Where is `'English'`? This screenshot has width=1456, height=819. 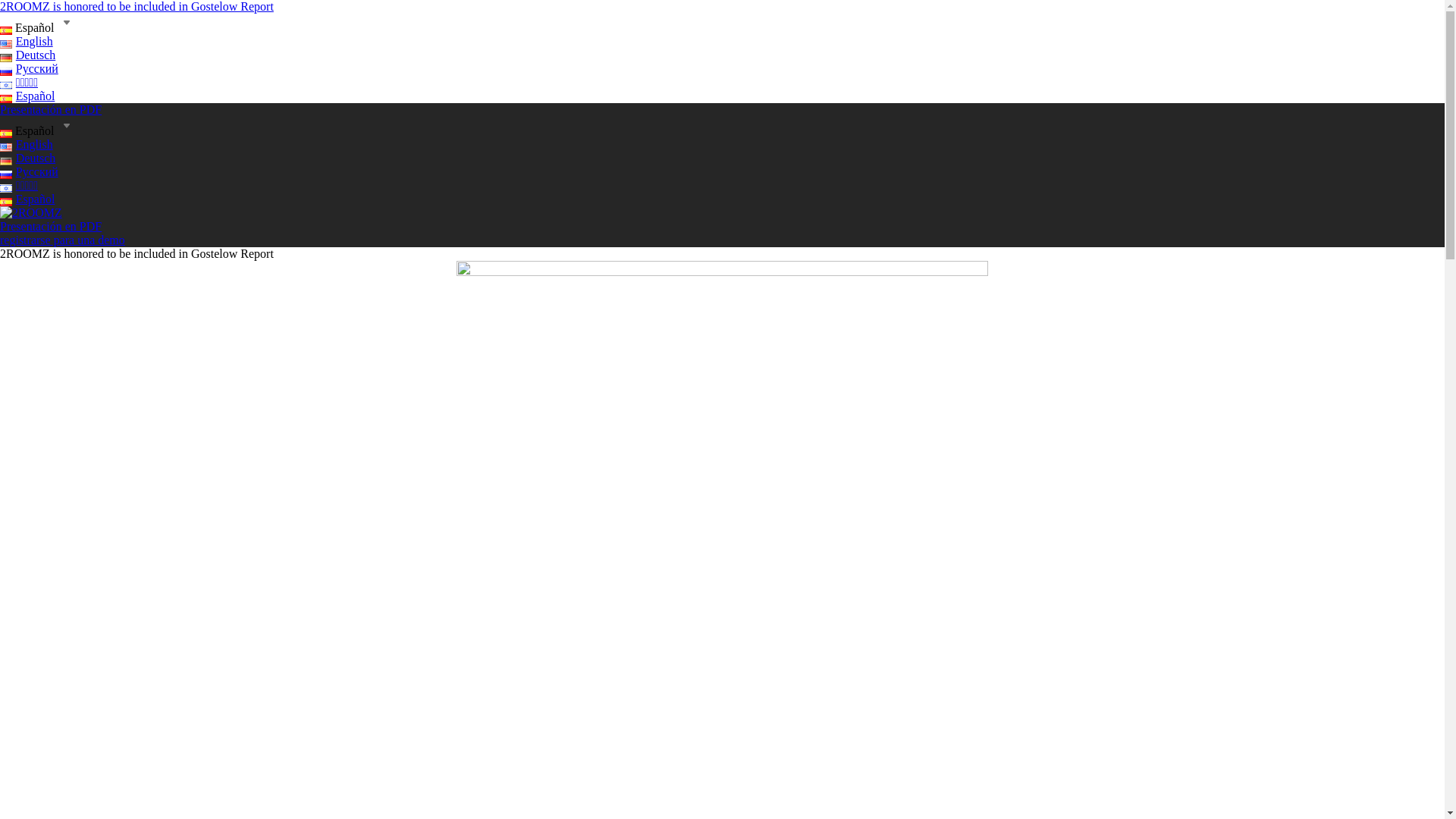 'English' is located at coordinates (26, 40).